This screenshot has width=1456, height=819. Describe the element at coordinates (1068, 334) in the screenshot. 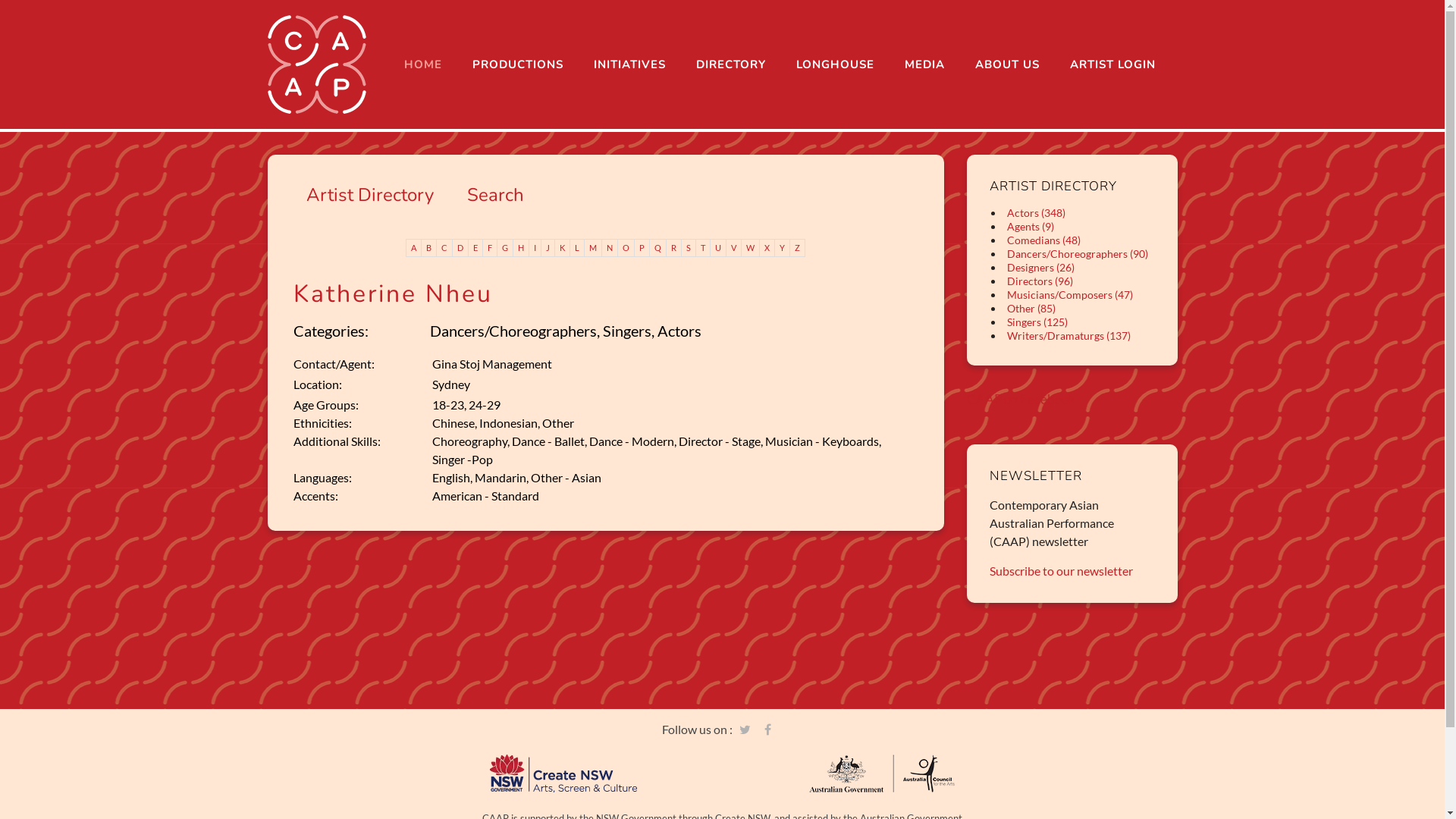

I see `'Writers/Dramaturgs (137)'` at that location.